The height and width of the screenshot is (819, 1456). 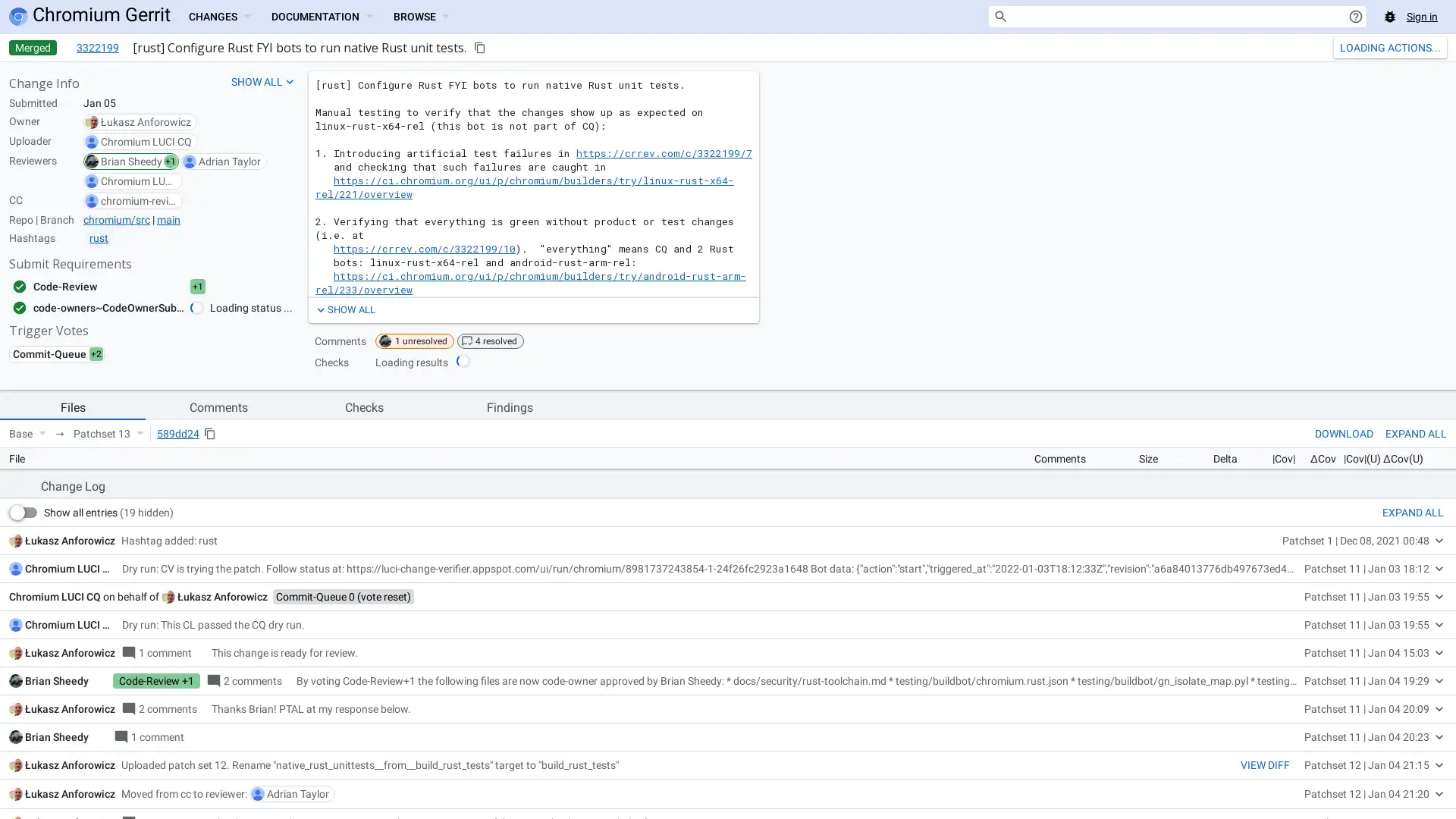 What do you see at coordinates (1390, 17) in the screenshot?
I see `File a bug` at bounding box center [1390, 17].